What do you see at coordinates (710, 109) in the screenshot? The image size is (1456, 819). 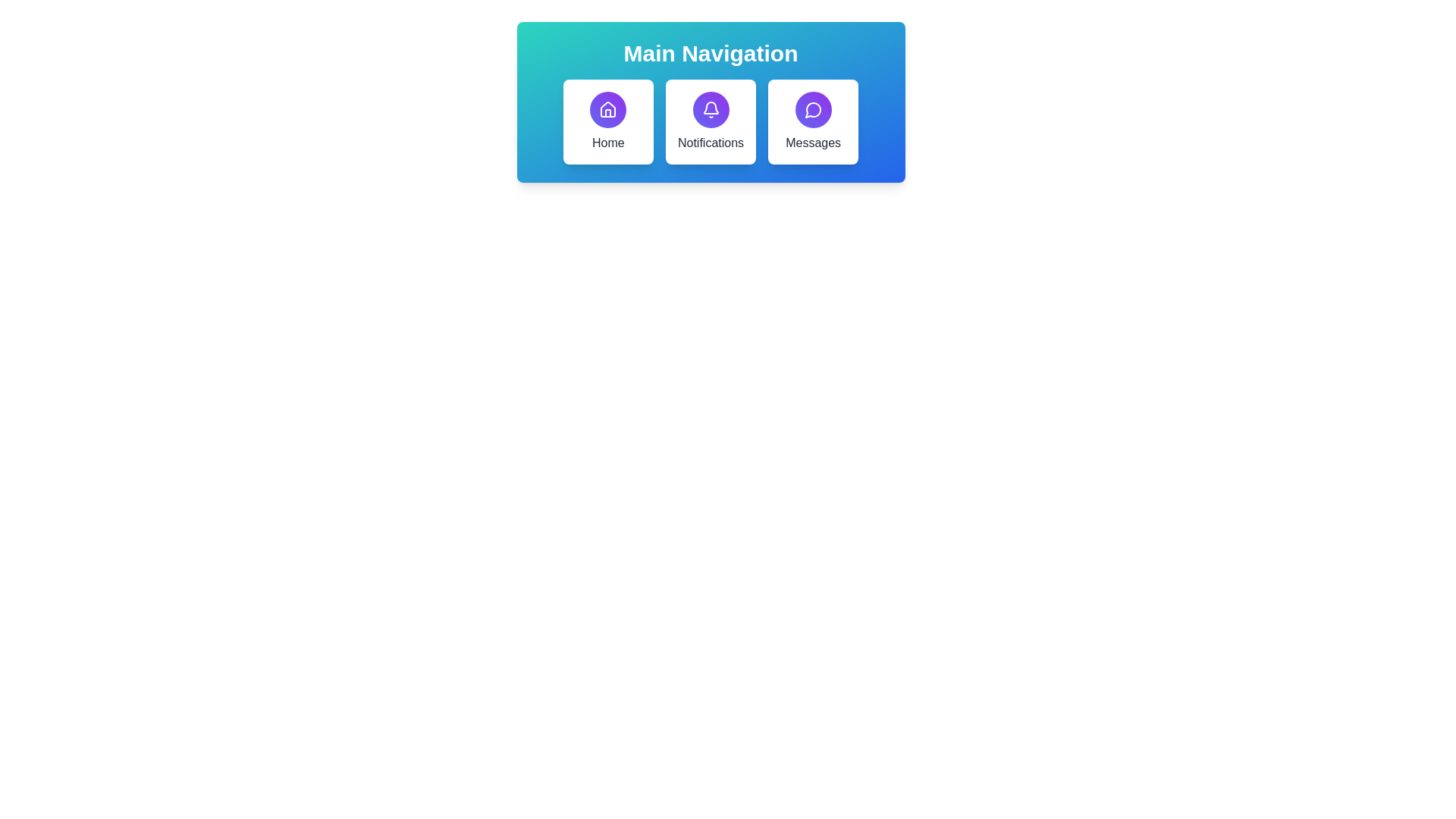 I see `the notification icon located in the middle of the horizontal navigation bar, which is the second element between the home icon and the messages icon` at bounding box center [710, 109].